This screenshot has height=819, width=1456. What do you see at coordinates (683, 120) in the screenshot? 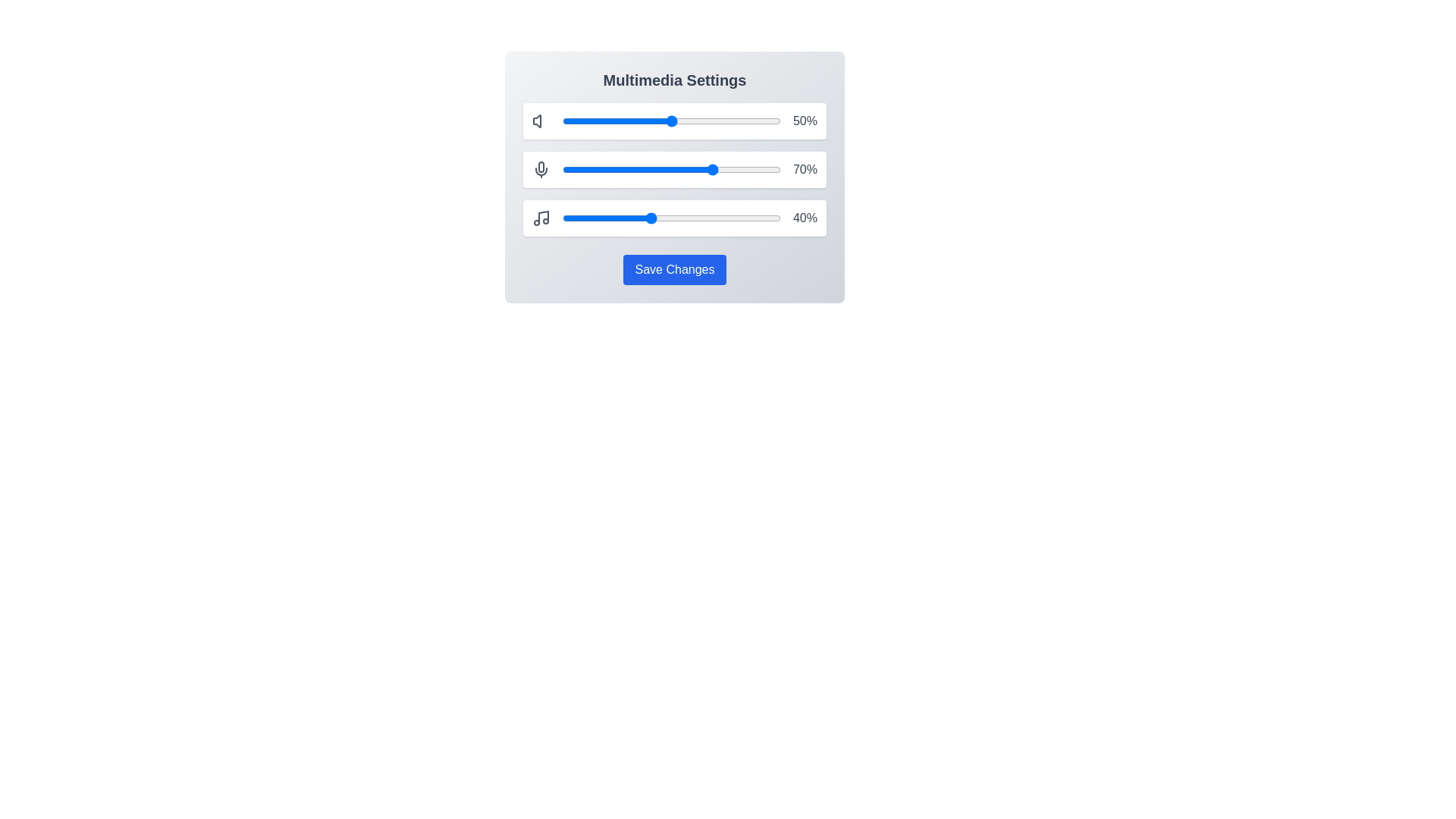
I see `the volume slider to 56%` at bounding box center [683, 120].